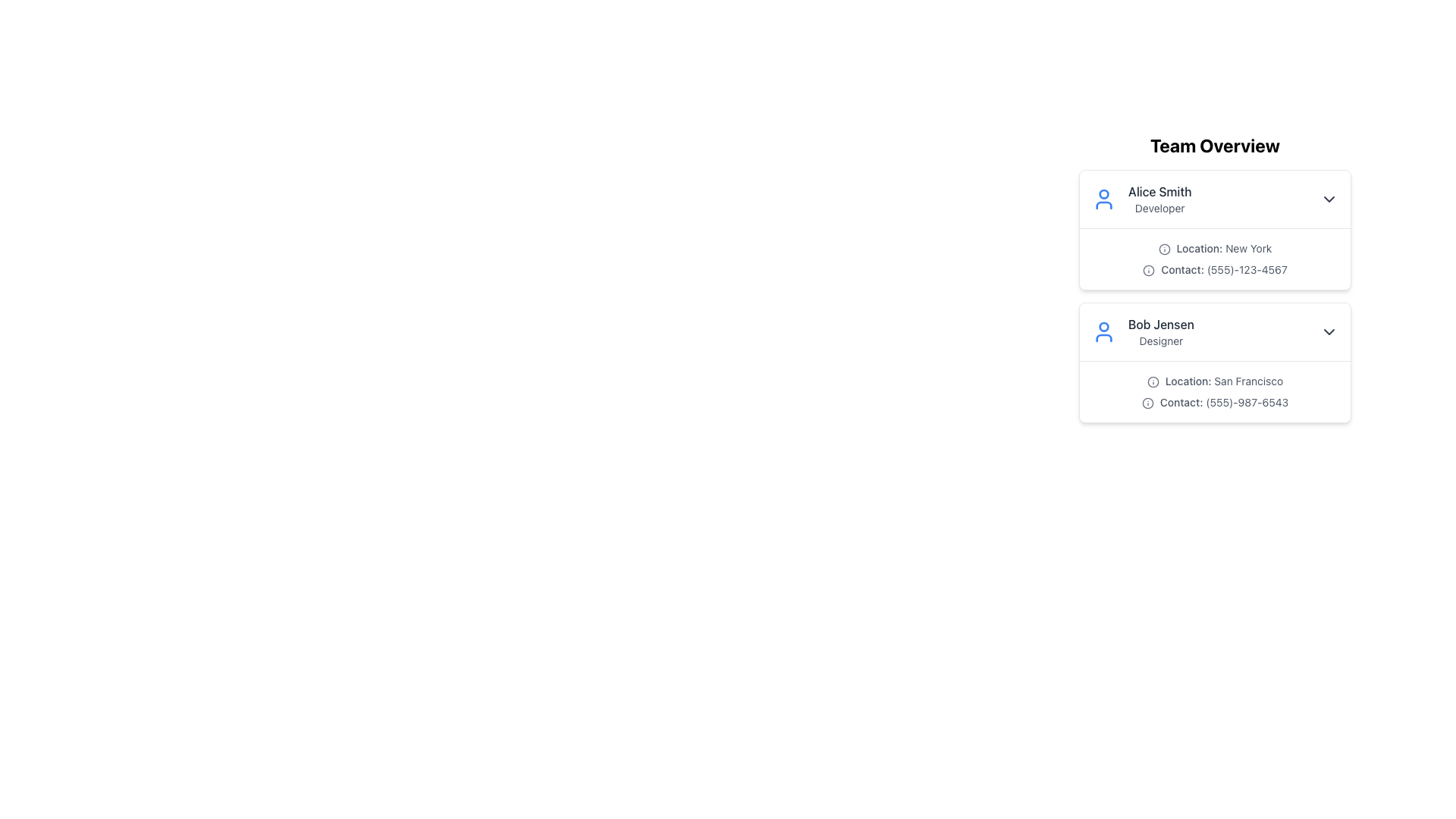 This screenshot has height=819, width=1456. Describe the element at coordinates (1159, 198) in the screenshot. I see `the two-line text label displaying the name and job title of 'Alice Smith' in the team overview list` at that location.